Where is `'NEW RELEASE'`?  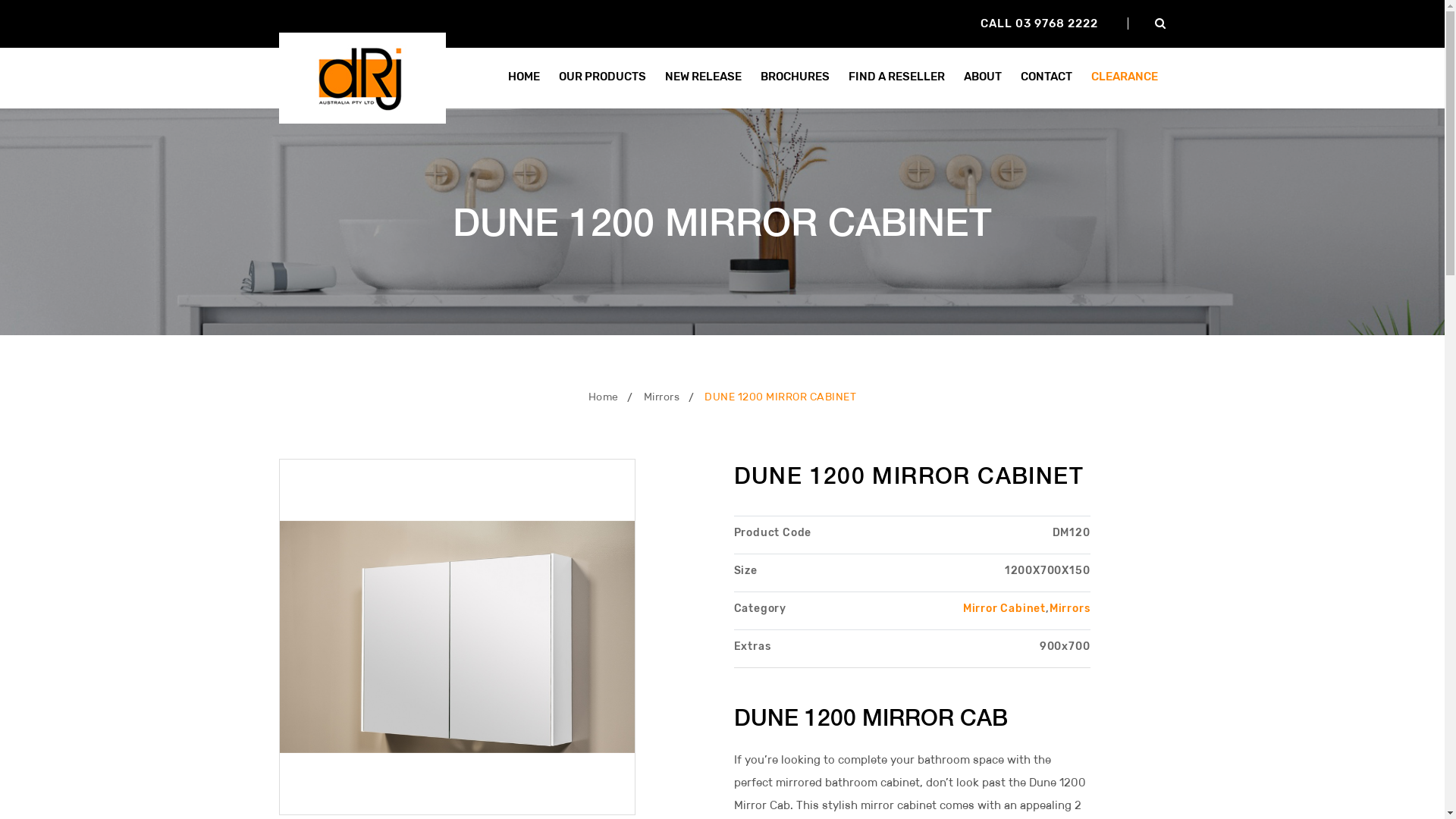 'NEW RELEASE' is located at coordinates (702, 77).